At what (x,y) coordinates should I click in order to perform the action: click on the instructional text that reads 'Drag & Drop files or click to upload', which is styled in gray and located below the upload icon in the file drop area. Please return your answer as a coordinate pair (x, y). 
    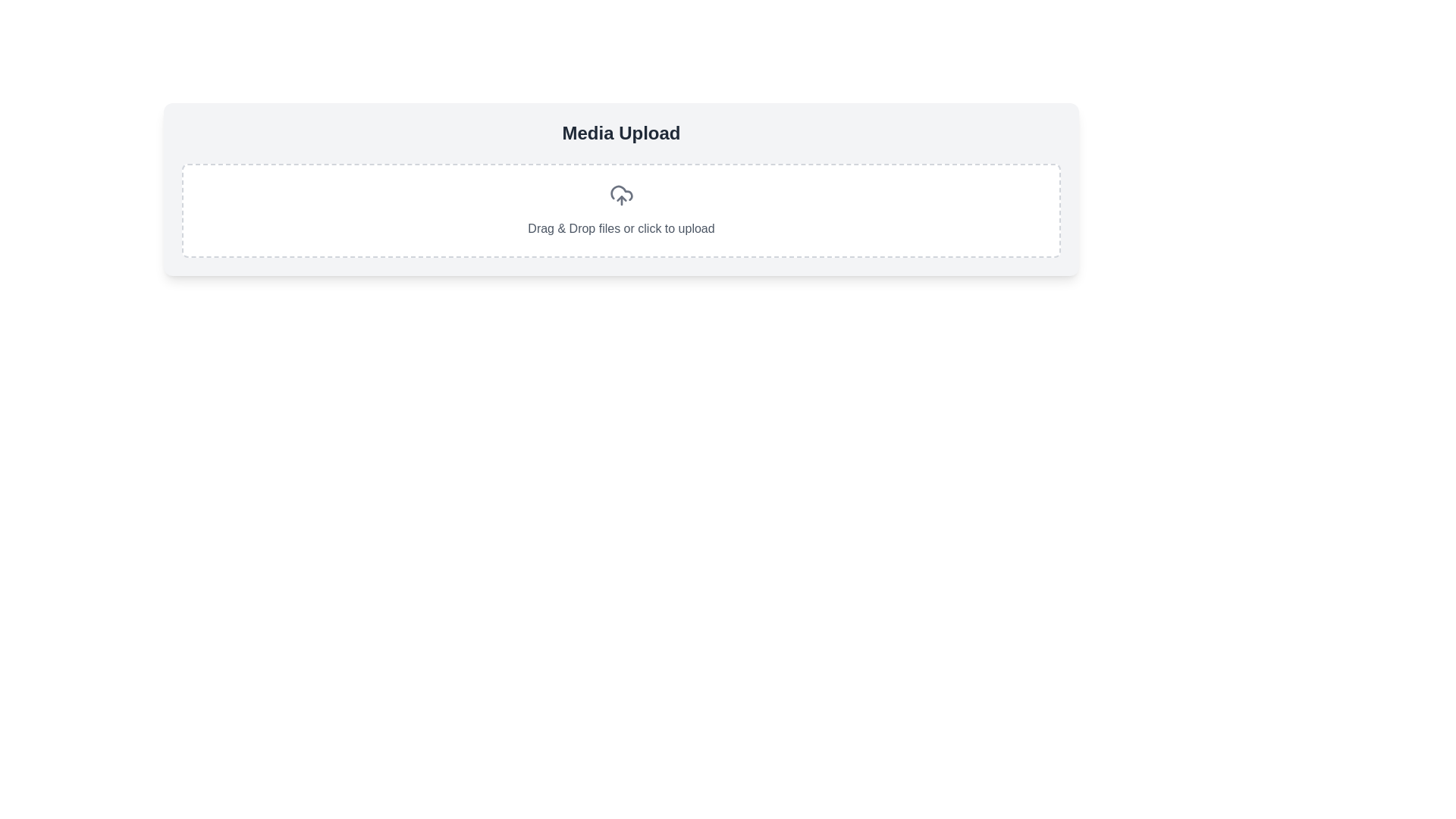
    Looking at the image, I should click on (621, 228).